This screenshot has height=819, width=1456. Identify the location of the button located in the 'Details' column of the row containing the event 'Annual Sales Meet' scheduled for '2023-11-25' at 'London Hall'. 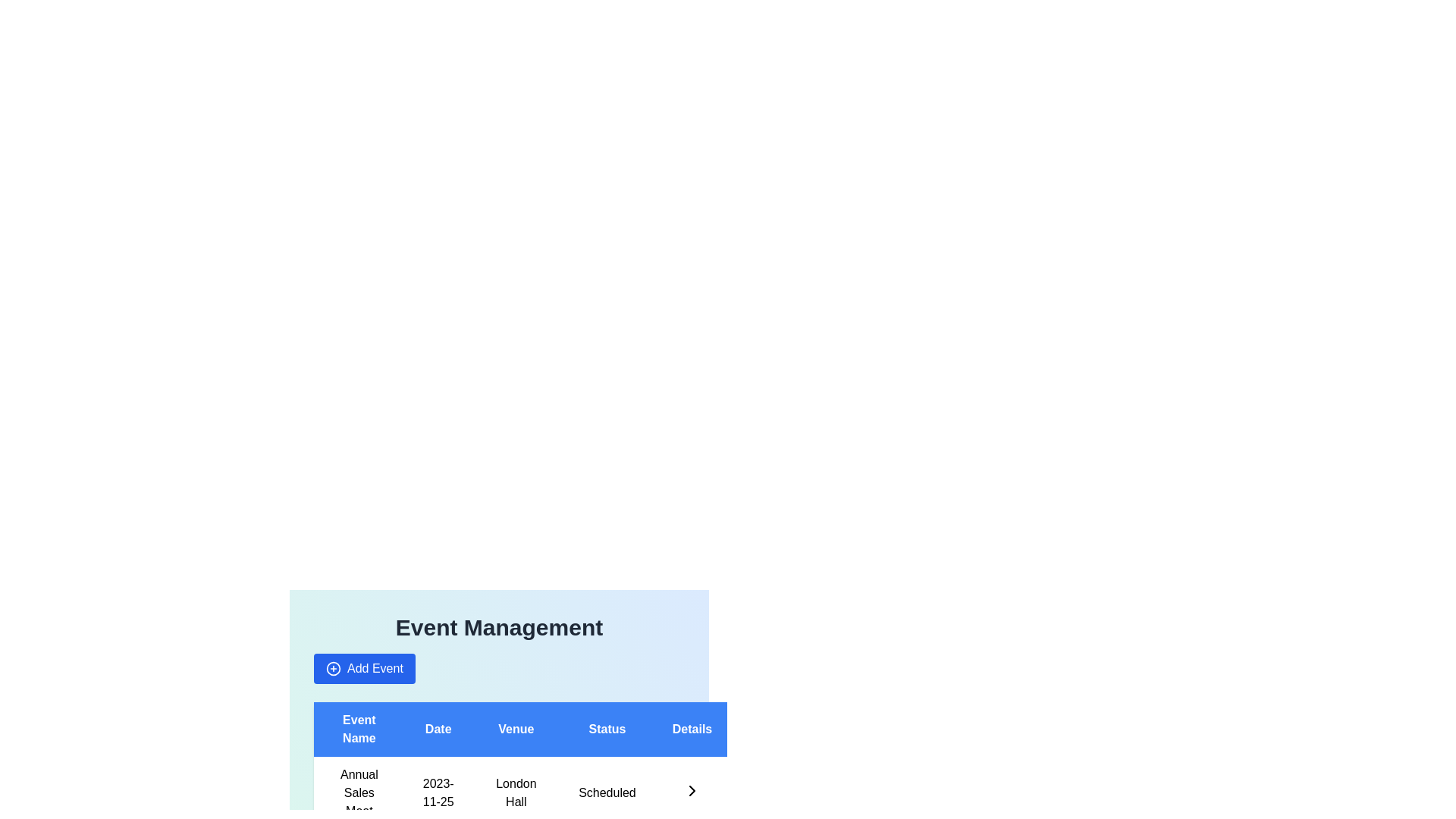
(691, 789).